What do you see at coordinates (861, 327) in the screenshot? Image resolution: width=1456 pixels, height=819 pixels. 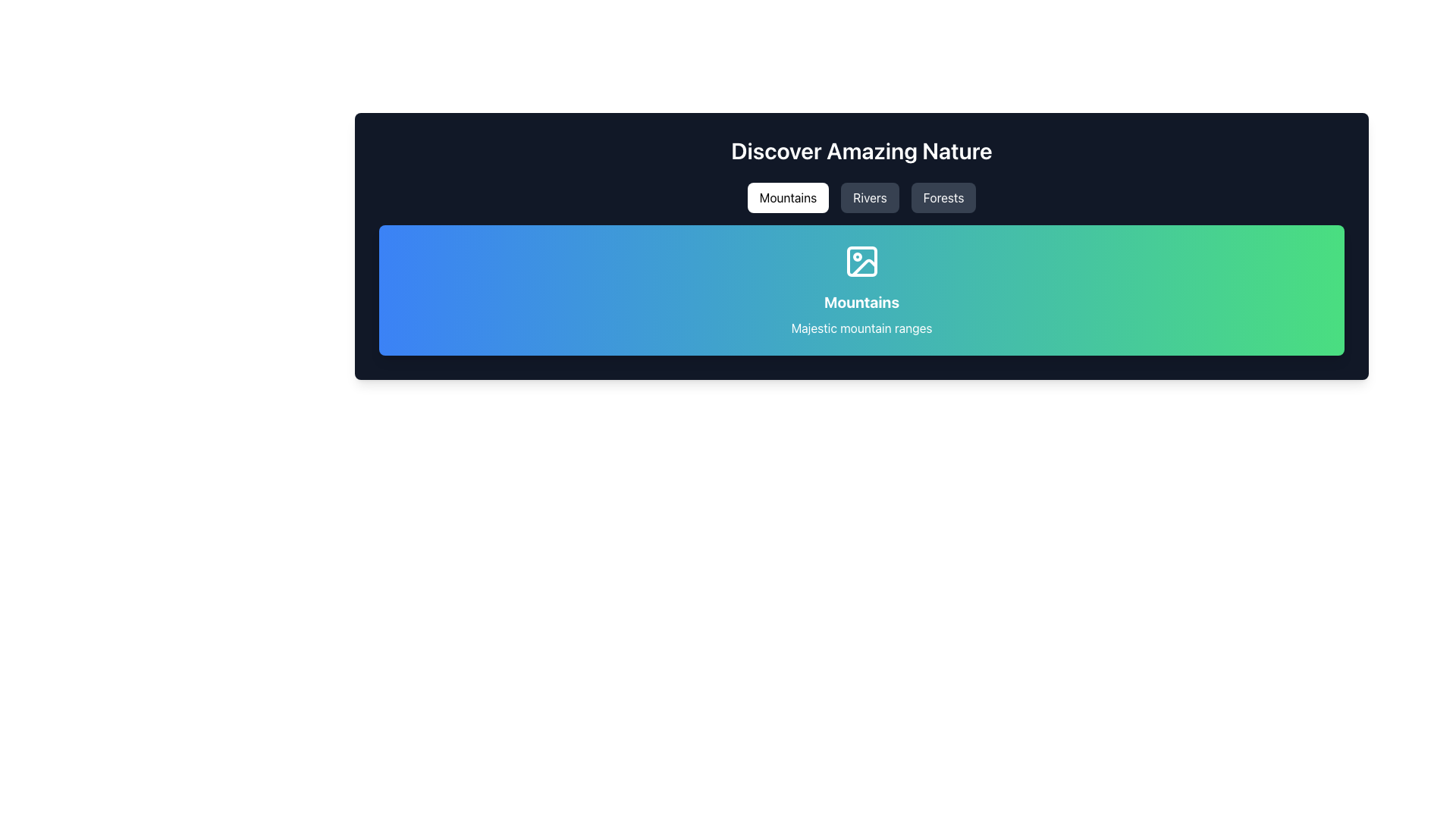 I see `the text element displaying 'Majestic mountain ranges', which is centrally aligned within a gradient-colored card and positioned at the bottom of the card beneath the title 'Mountains'` at bounding box center [861, 327].